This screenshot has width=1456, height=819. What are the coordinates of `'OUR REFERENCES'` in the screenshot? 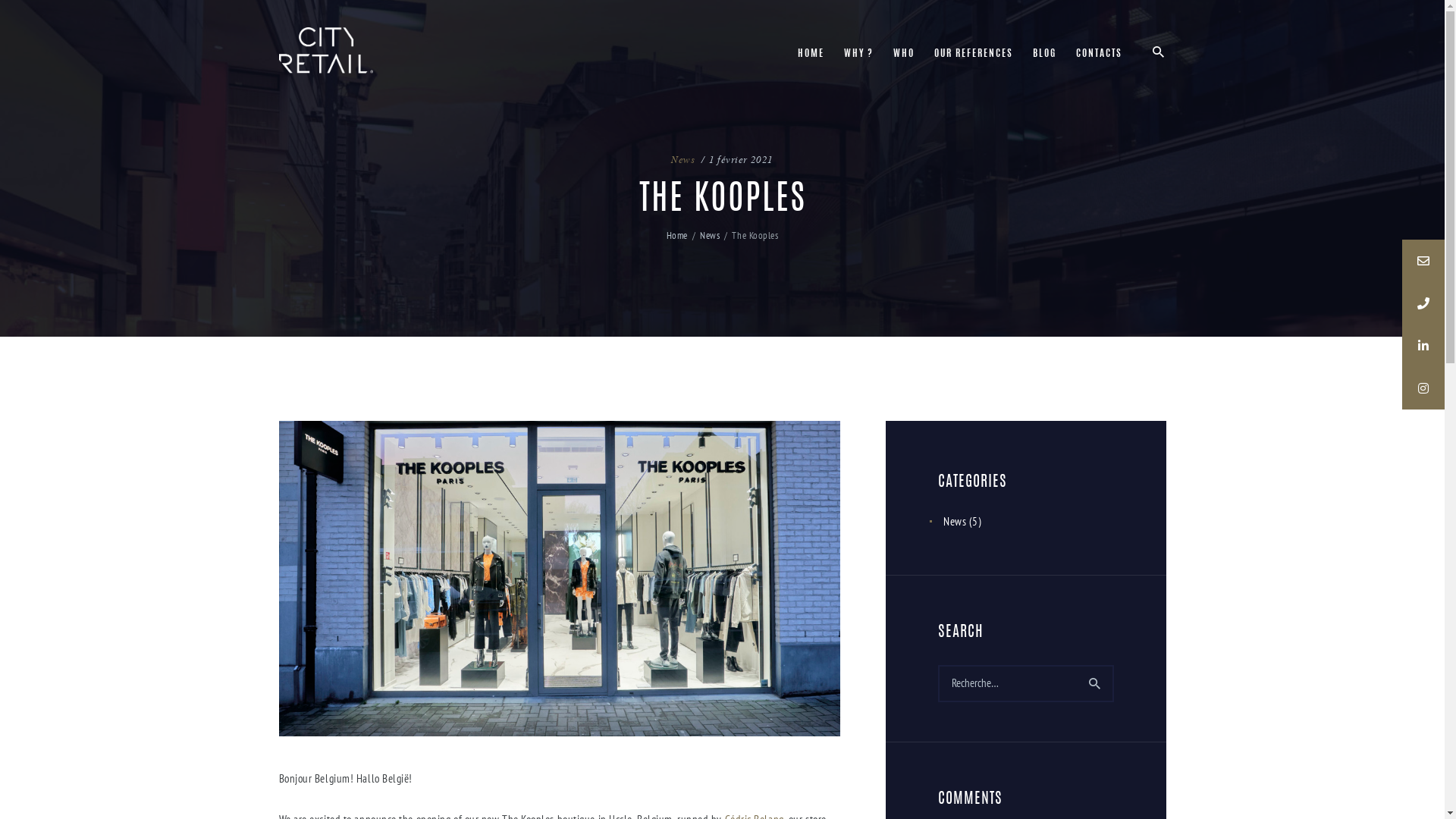 It's located at (973, 54).